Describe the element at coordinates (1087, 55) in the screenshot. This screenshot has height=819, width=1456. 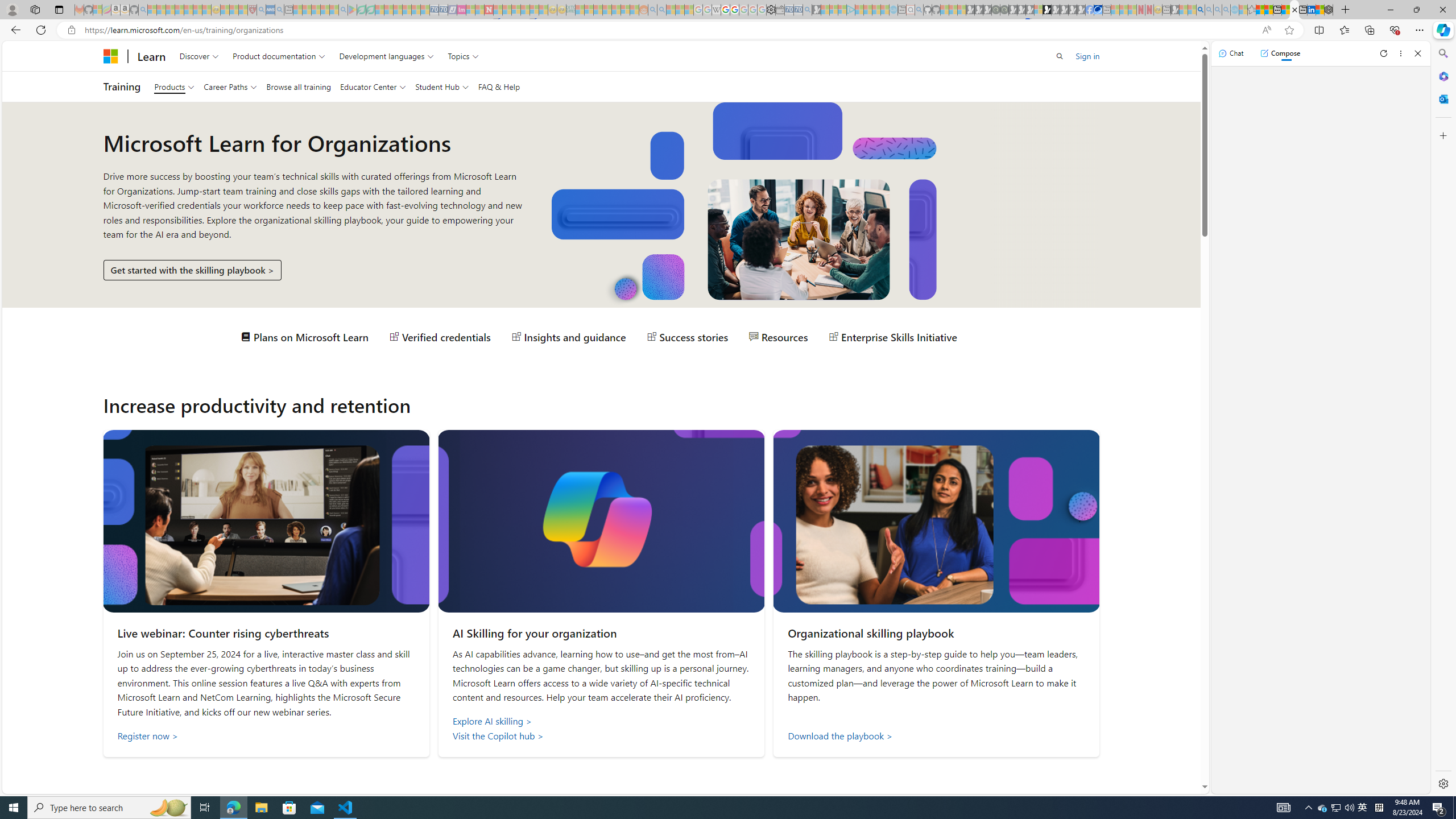
I see `'Sign in'` at that location.